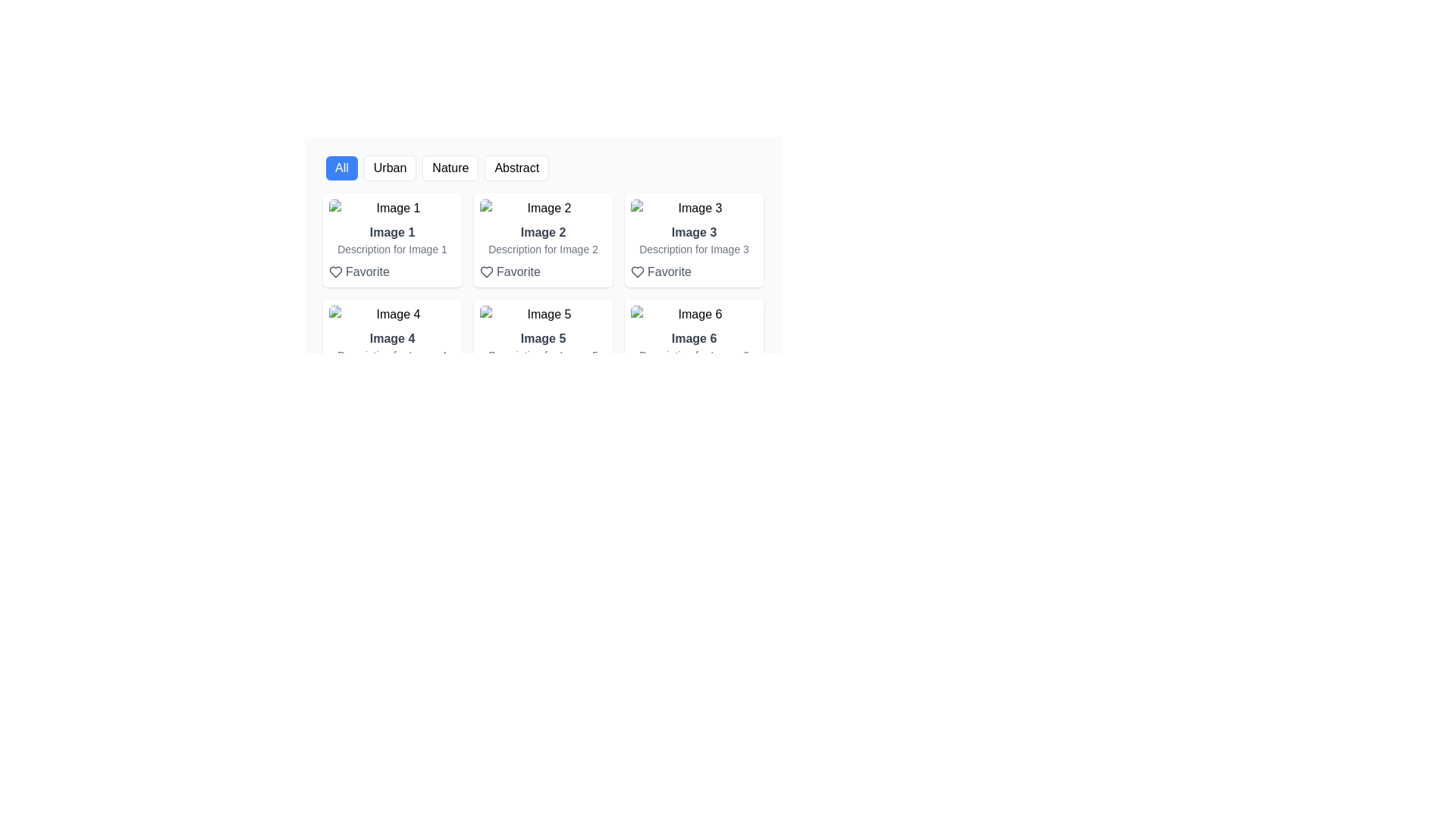 This screenshot has height=819, width=1456. What do you see at coordinates (543, 251) in the screenshot?
I see `the favorite button of the composite card titled 'Image 2', which is the second item in a 2x3 grid layout, using keyboard navigation` at bounding box center [543, 251].